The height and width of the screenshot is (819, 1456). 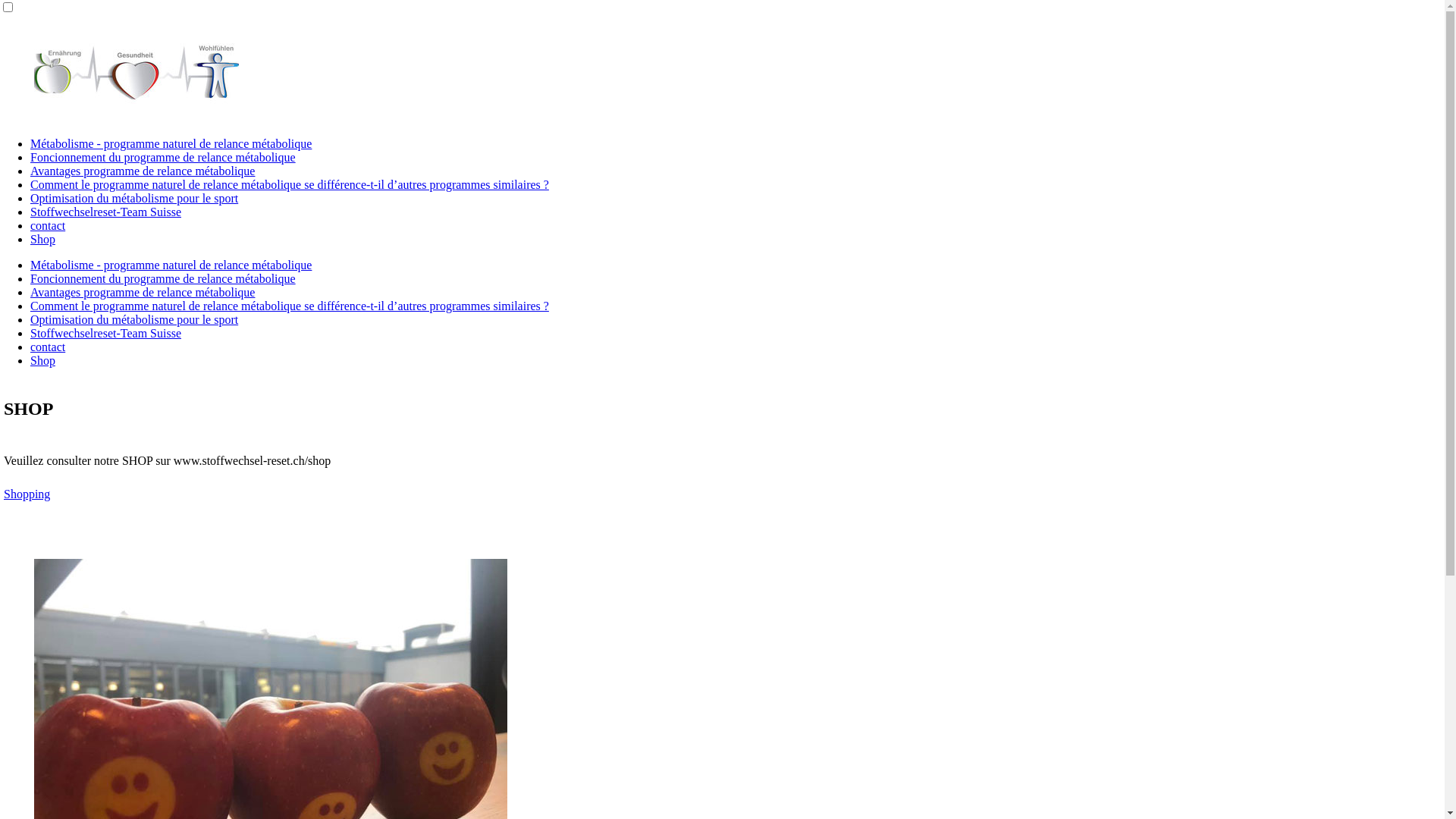 What do you see at coordinates (30, 225) in the screenshot?
I see `'contact'` at bounding box center [30, 225].